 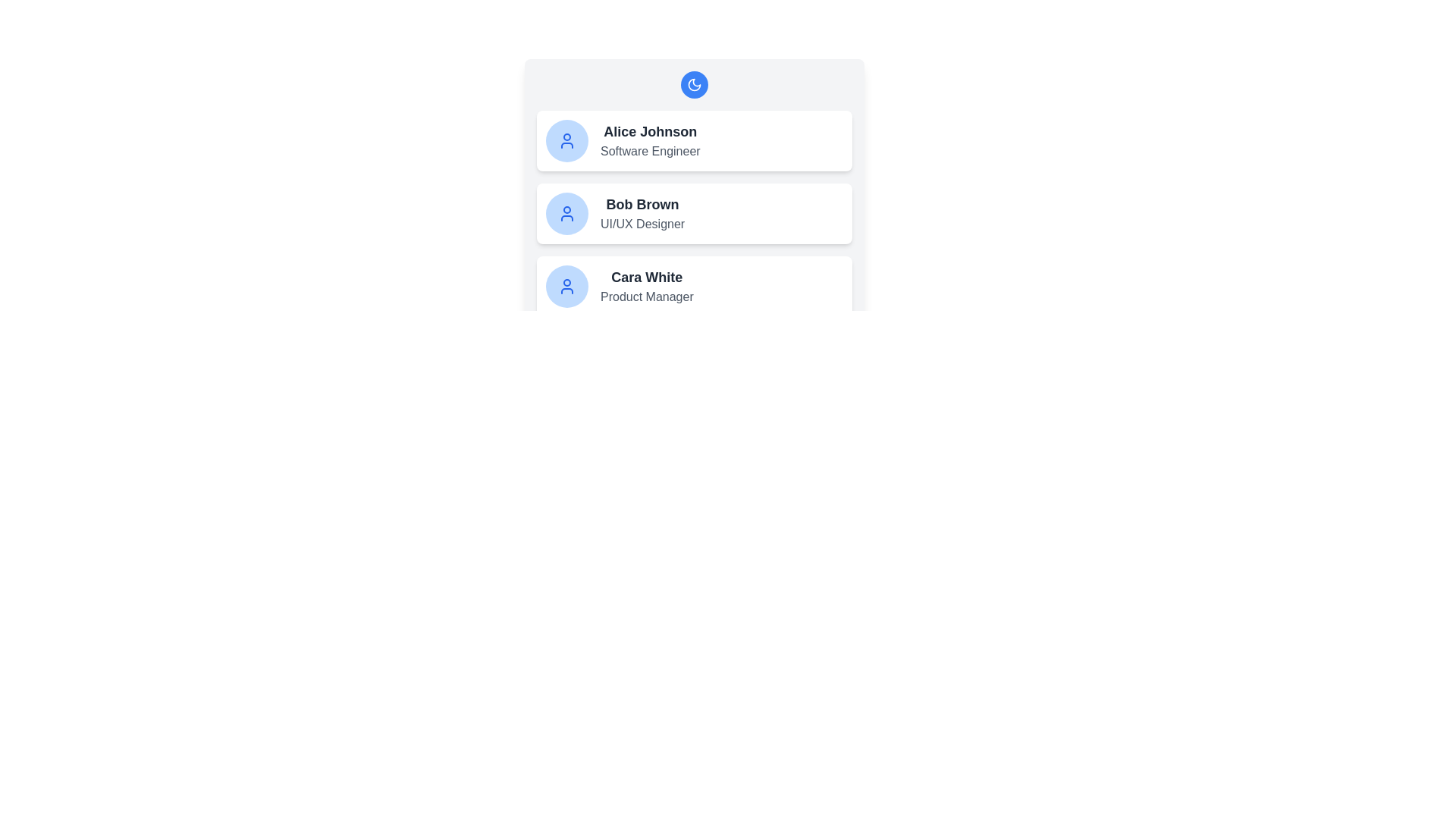 What do you see at coordinates (647, 297) in the screenshot?
I see `the text label indicating the job title of 'Cara White' in the third profile card, which is located below the heading 'Cara White'` at bounding box center [647, 297].